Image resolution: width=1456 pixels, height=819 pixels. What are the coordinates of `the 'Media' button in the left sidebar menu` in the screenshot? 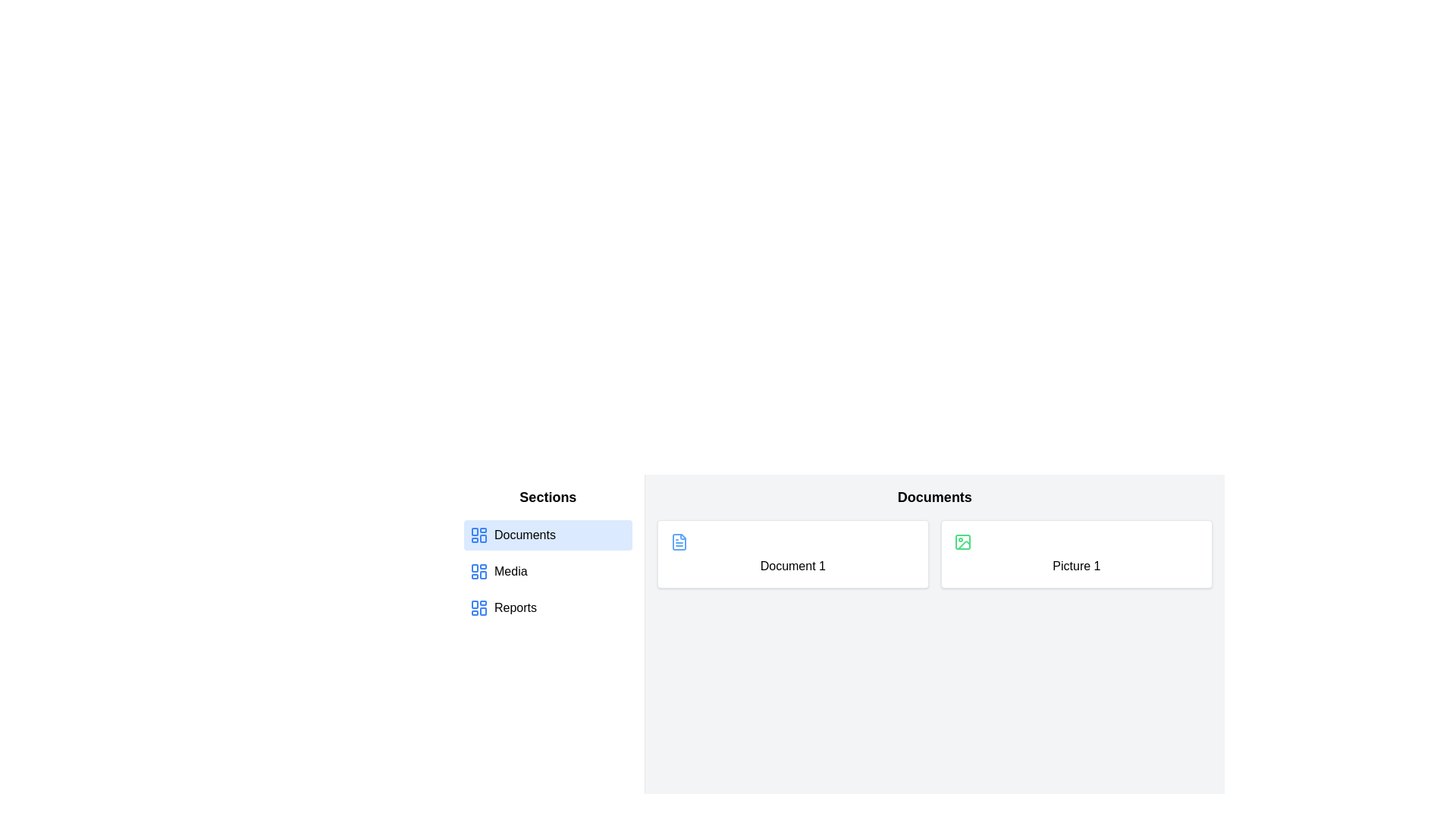 It's located at (547, 571).